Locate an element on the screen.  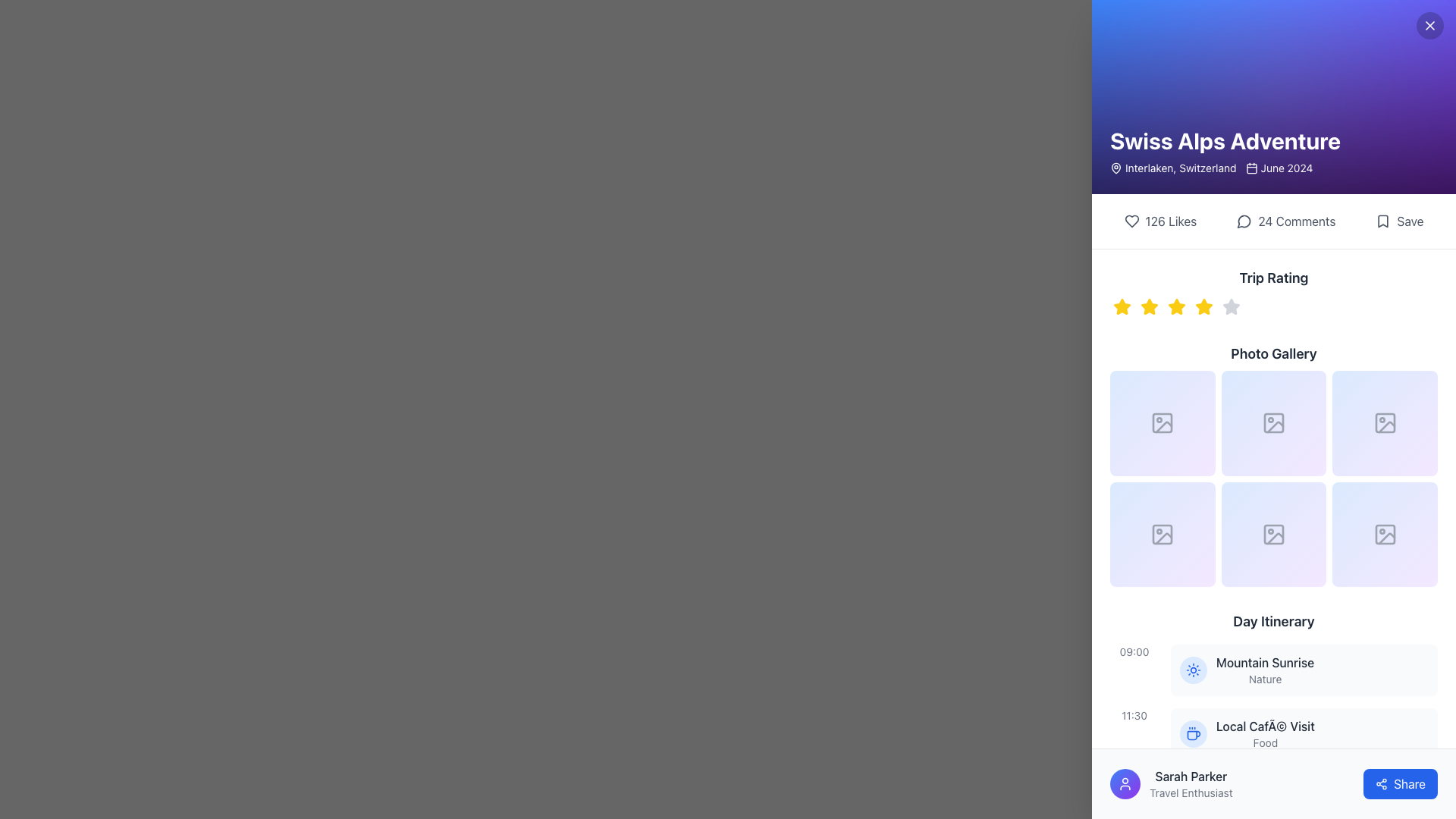
the second star-shaped rating icon in yellow, which is part of the Trip Rating area is located at coordinates (1175, 307).